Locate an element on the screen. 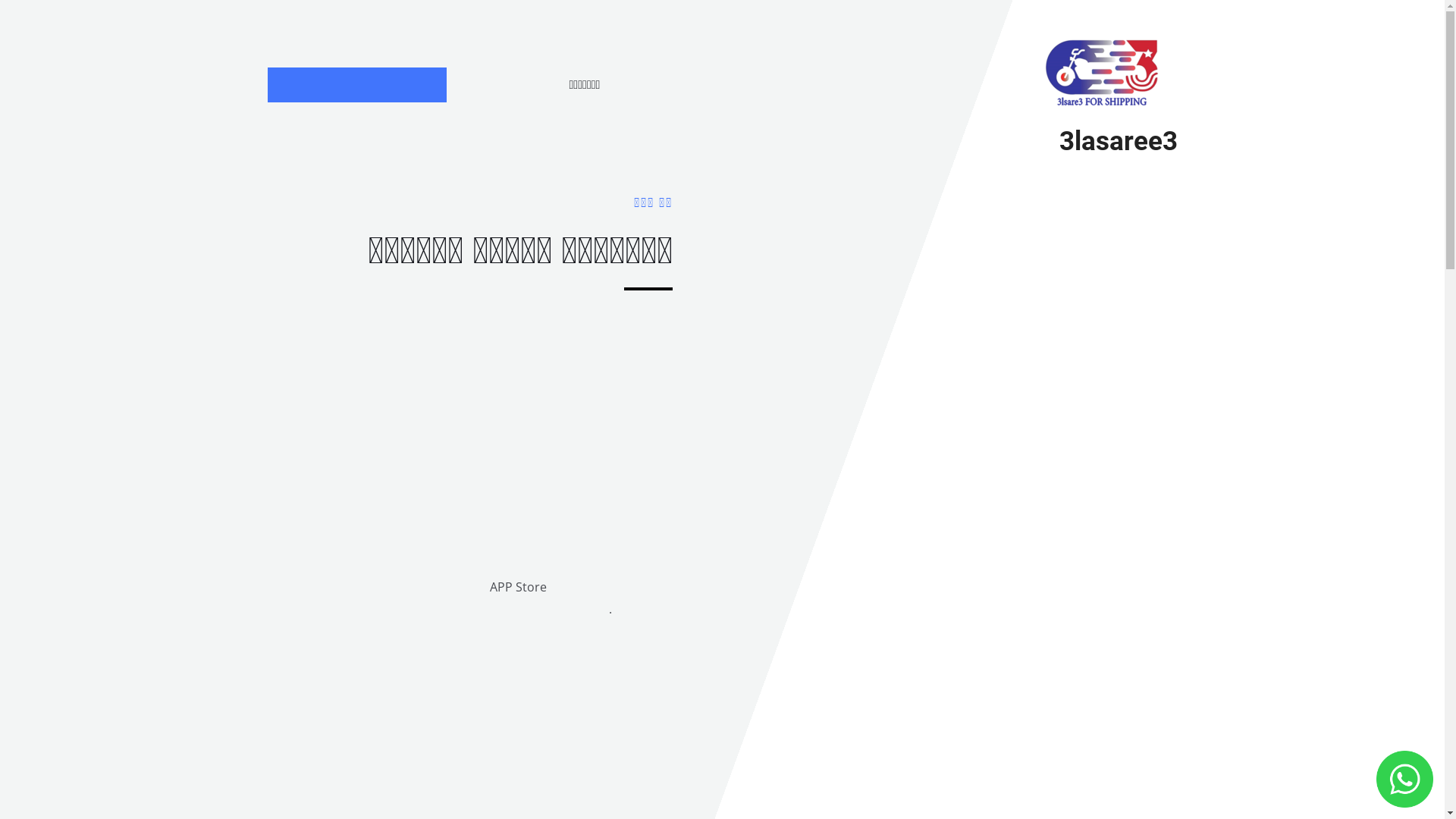 The height and width of the screenshot is (819, 1456). '3lasaree3' is located at coordinates (1058, 141).